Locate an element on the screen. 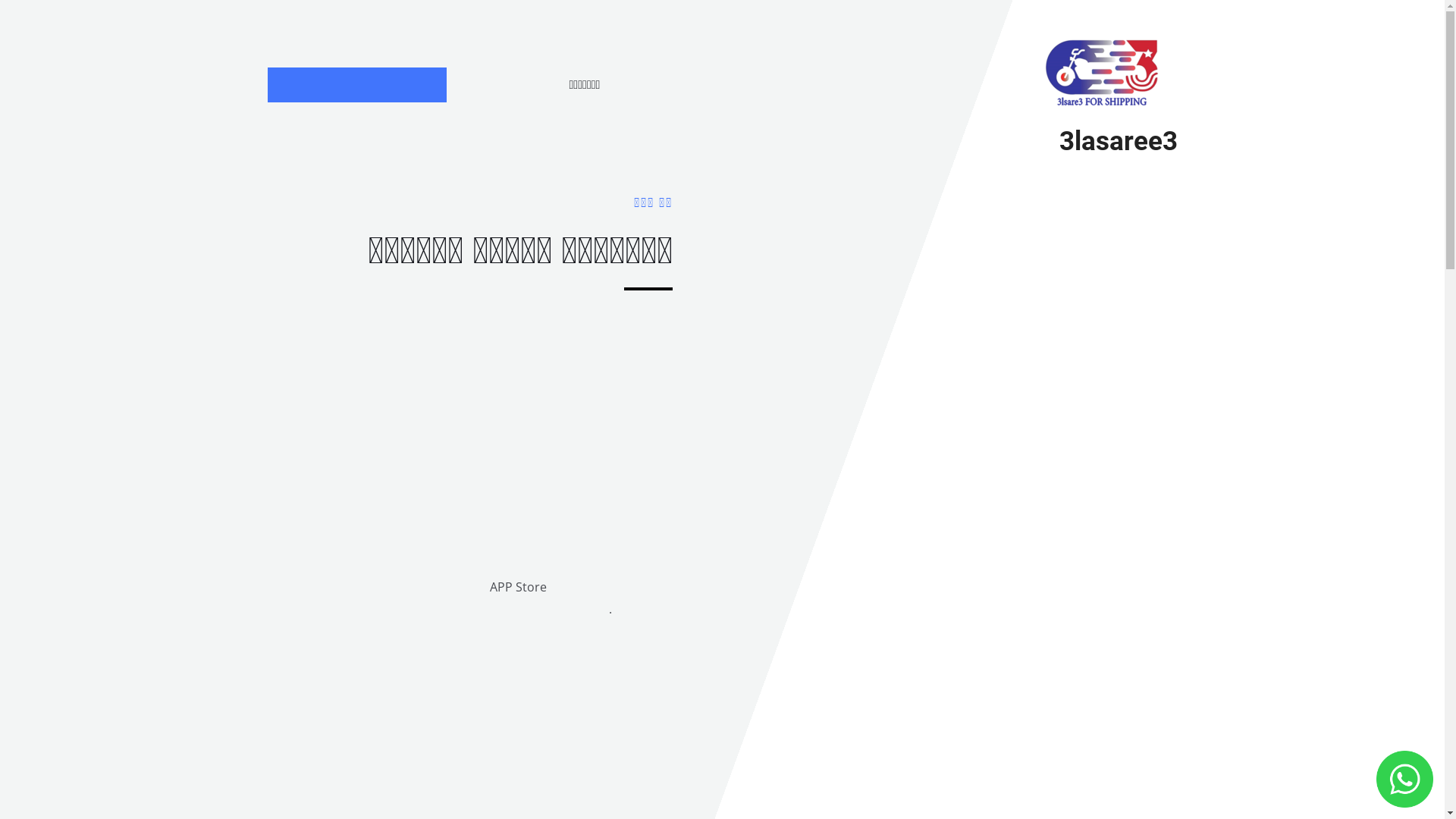 The height and width of the screenshot is (819, 1456). '3lasaree3' is located at coordinates (1058, 141).